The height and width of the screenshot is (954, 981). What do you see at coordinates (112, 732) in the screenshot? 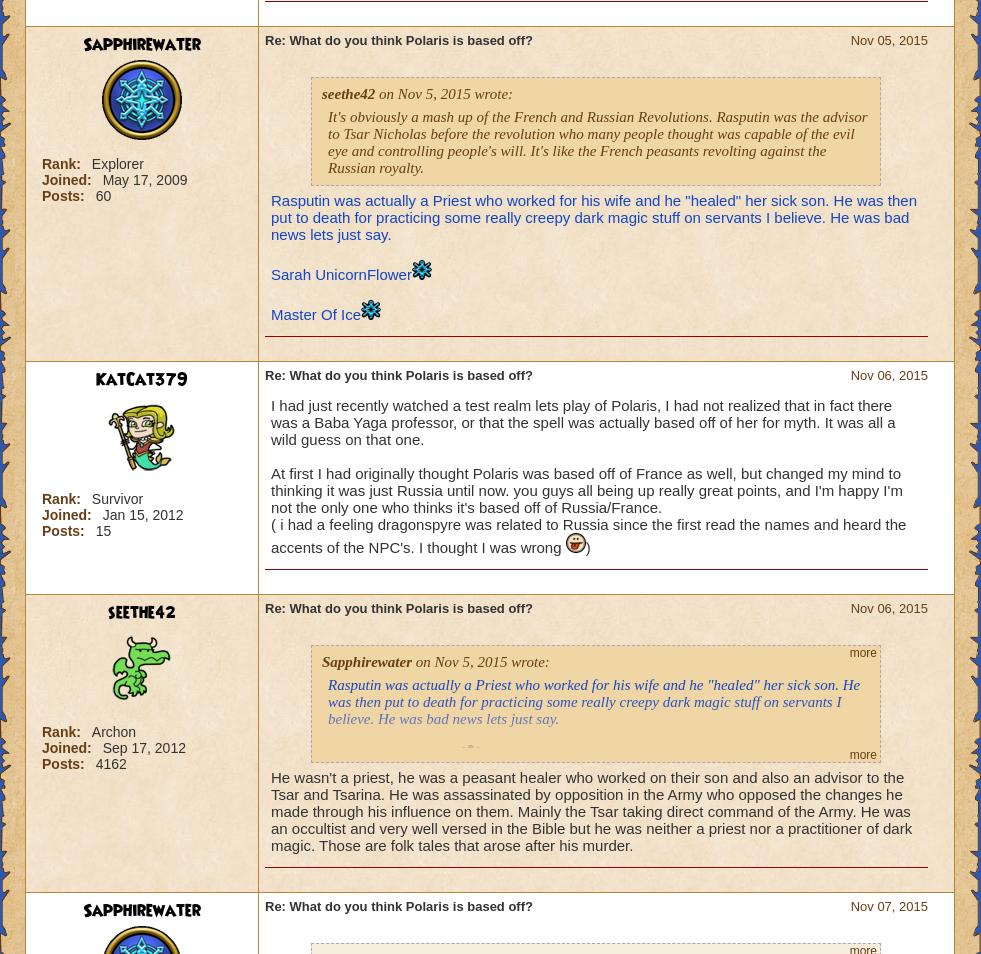
I see `'Archon'` at bounding box center [112, 732].